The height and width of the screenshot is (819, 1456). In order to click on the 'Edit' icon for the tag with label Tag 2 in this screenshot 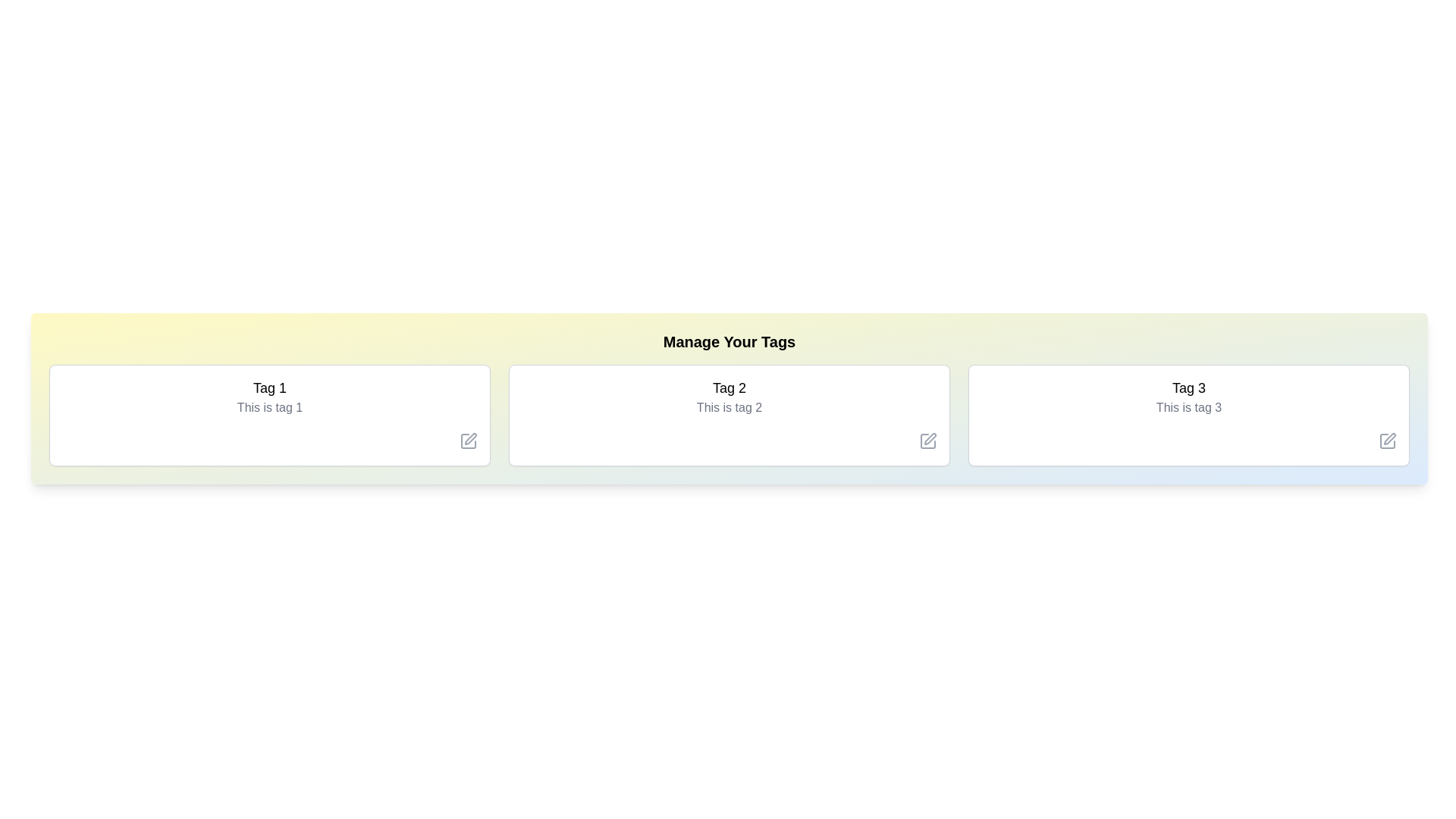, I will do `click(927, 441)`.